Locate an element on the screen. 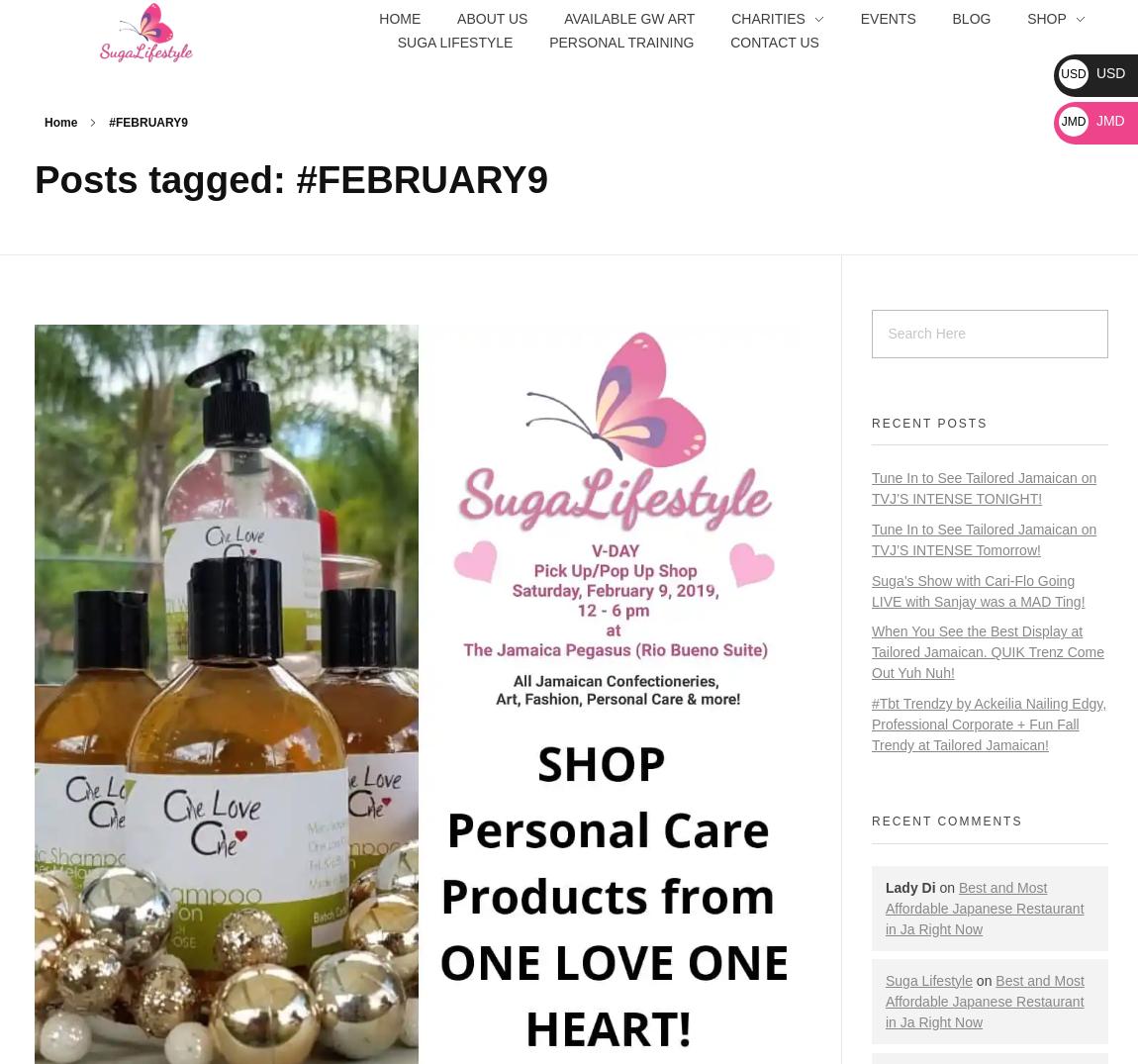 This screenshot has width=1138, height=1064. '#Tbt Trendzy by Ackeilia Nailing Edgy, Professional Corporate + Fun Fall Trendy at Tailored Jamaican!' is located at coordinates (989, 723).